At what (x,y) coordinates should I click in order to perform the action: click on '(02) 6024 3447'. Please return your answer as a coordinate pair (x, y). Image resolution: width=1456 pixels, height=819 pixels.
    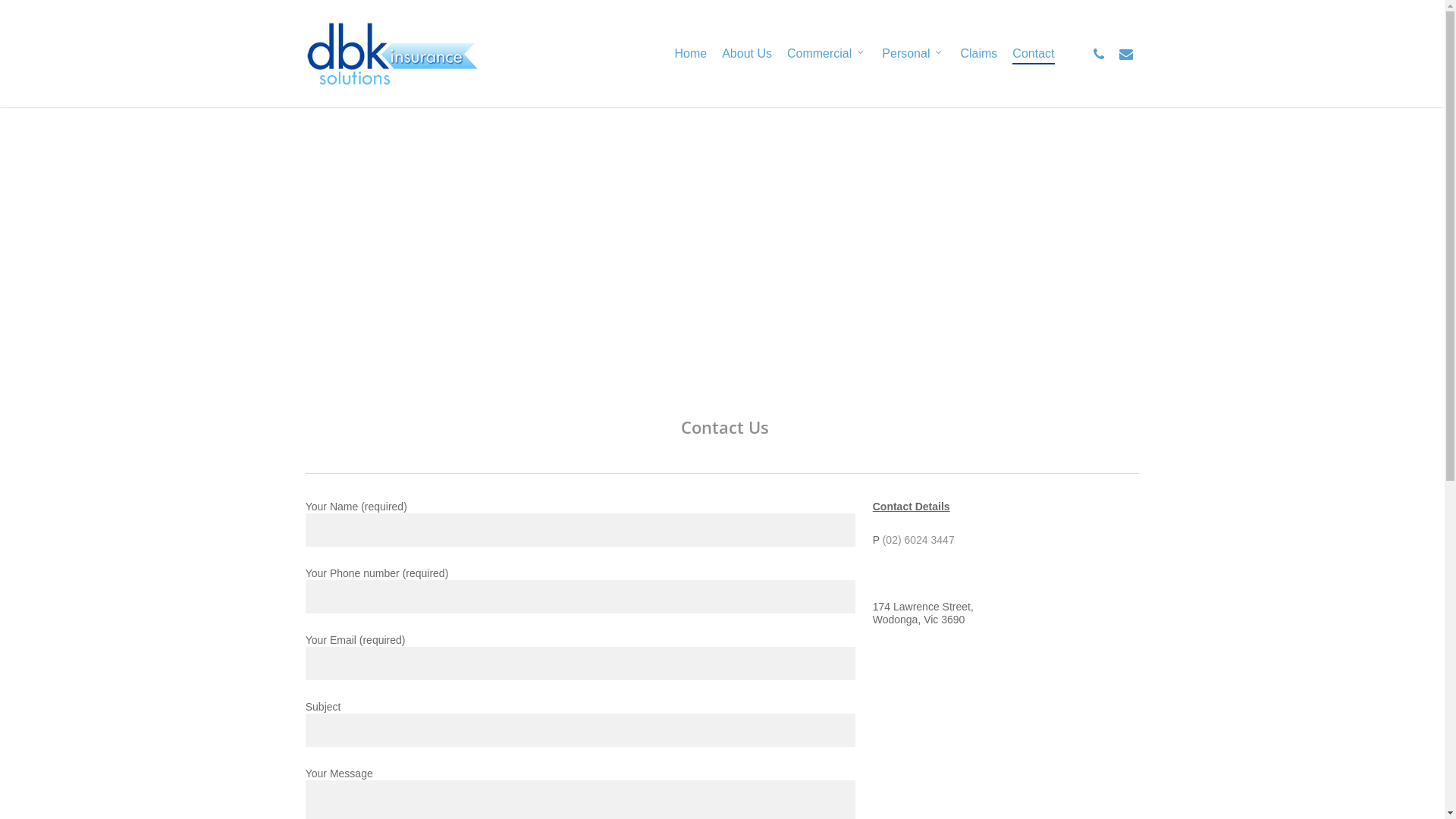
    Looking at the image, I should click on (918, 539).